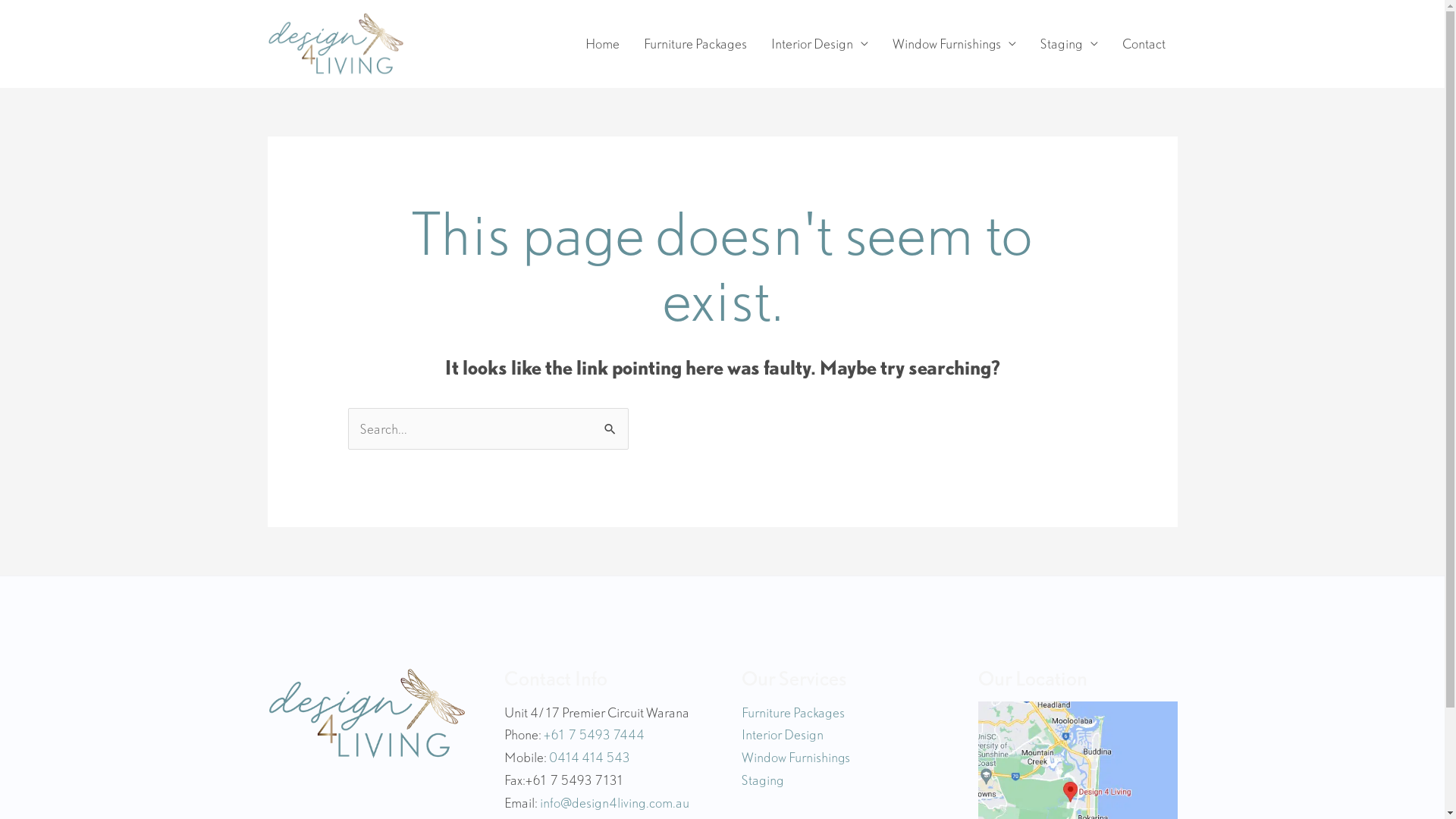  I want to click on 'Staging', so click(763, 780).